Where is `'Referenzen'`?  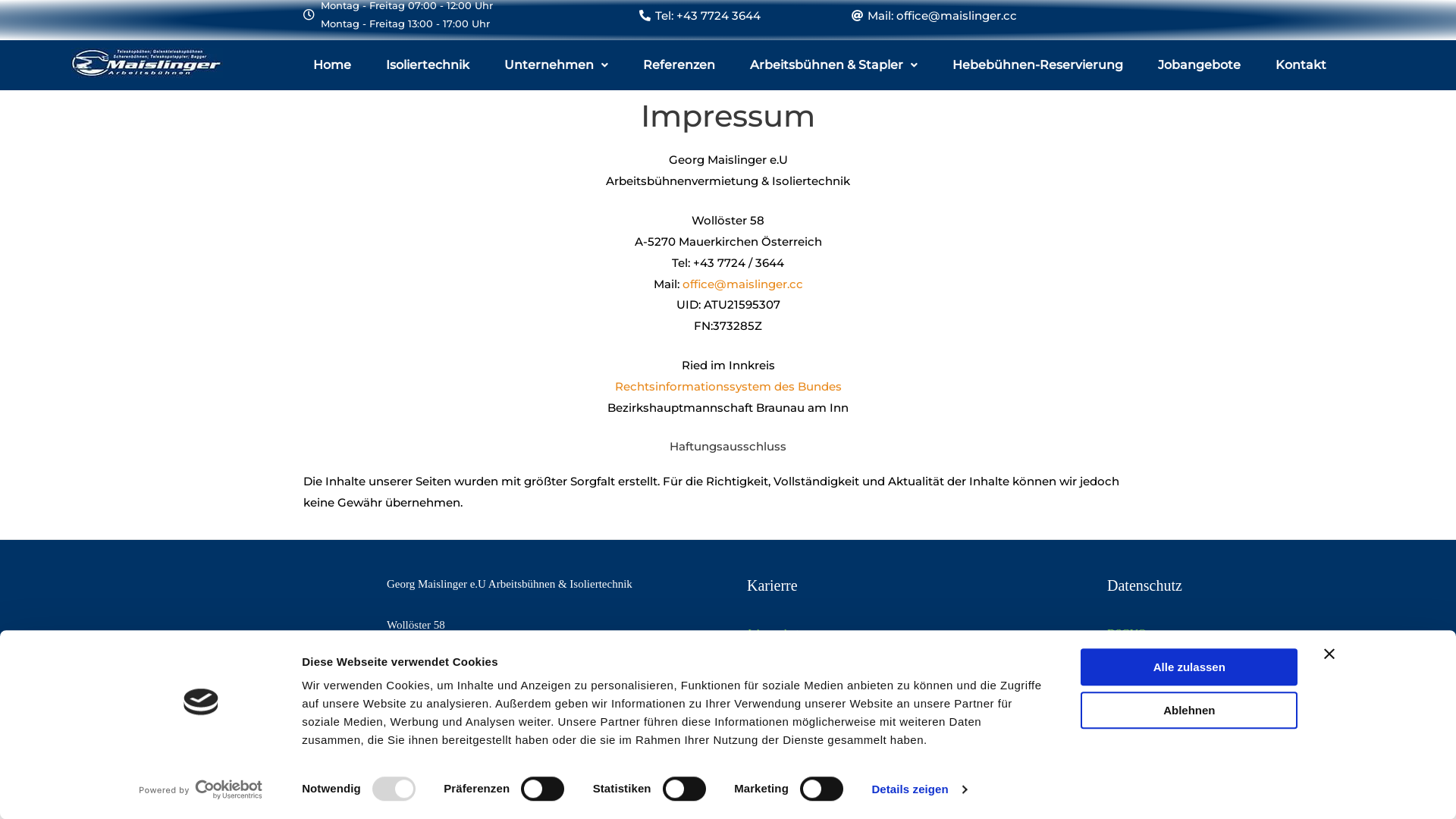 'Referenzen' is located at coordinates (678, 64).